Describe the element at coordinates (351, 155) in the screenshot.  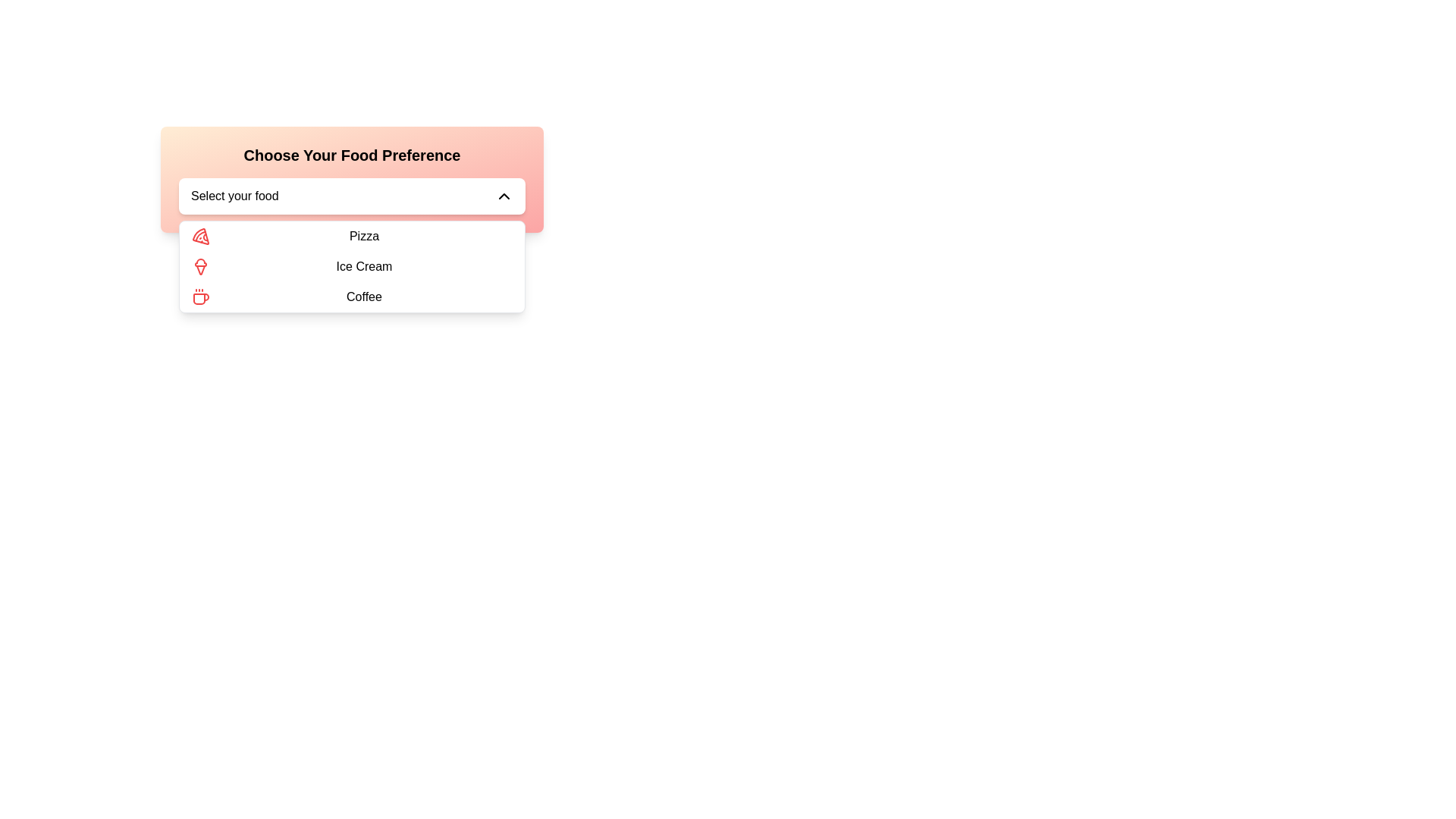
I see `the bold text label 'Choose Your Food Preference' which is prominently displayed at the top center of a rounded, gradient-colored box` at that location.